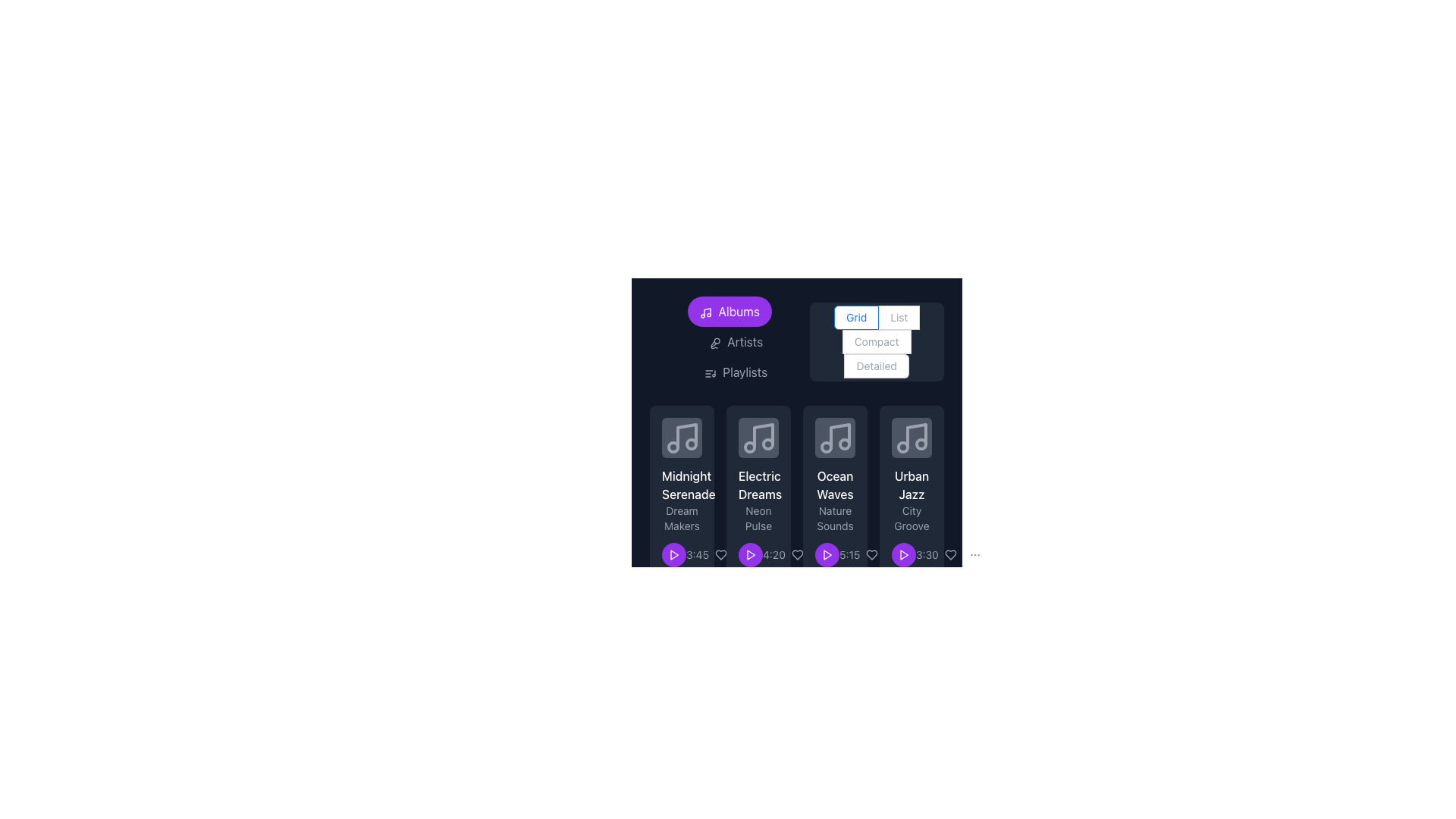 The image size is (1456, 819). What do you see at coordinates (767, 444) in the screenshot?
I see `the decorative vector circle element within the music note icon located in the second card of the 'Electric Dreams' album grid` at bounding box center [767, 444].